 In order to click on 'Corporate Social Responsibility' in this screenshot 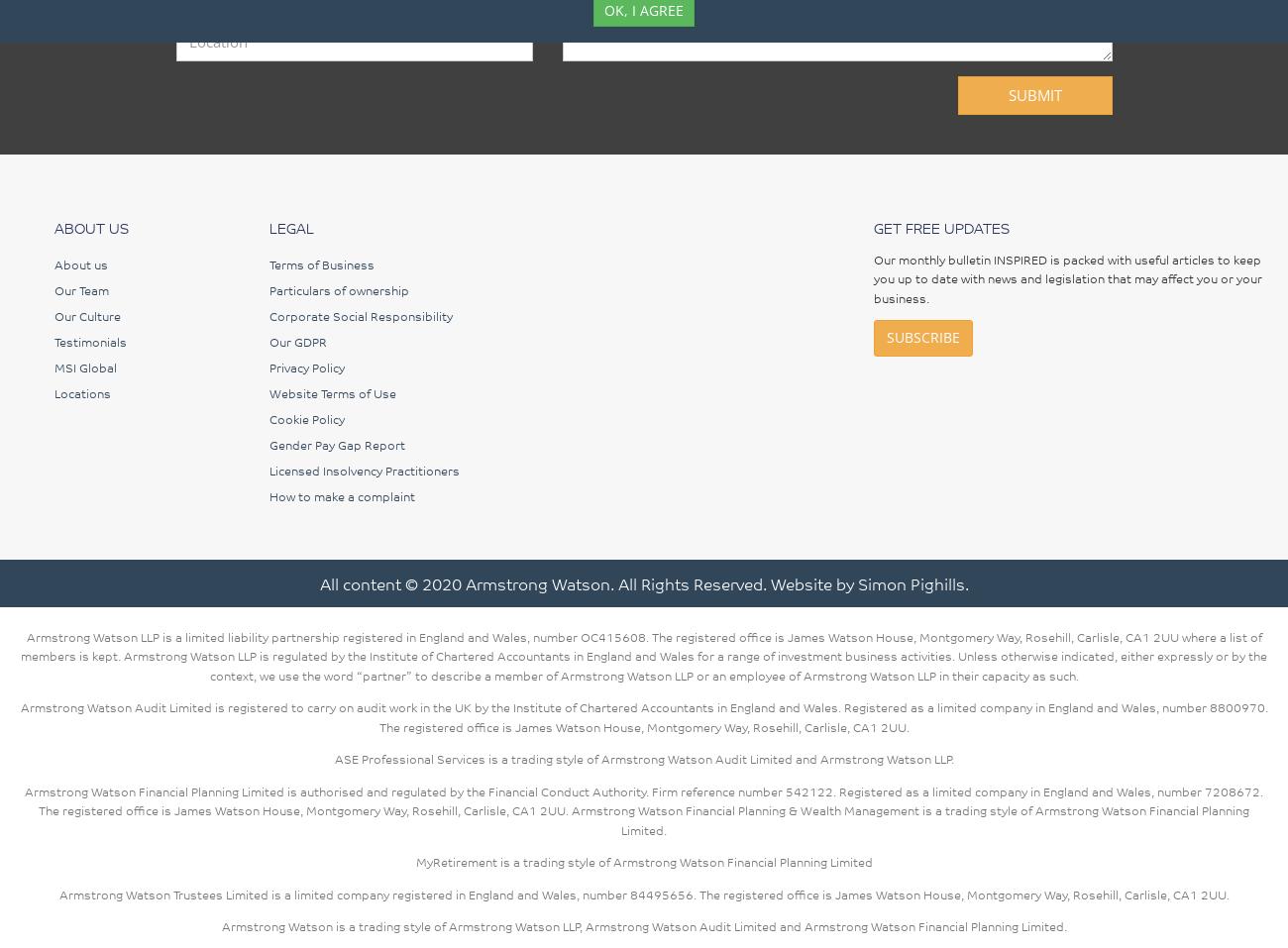, I will do `click(359, 314)`.